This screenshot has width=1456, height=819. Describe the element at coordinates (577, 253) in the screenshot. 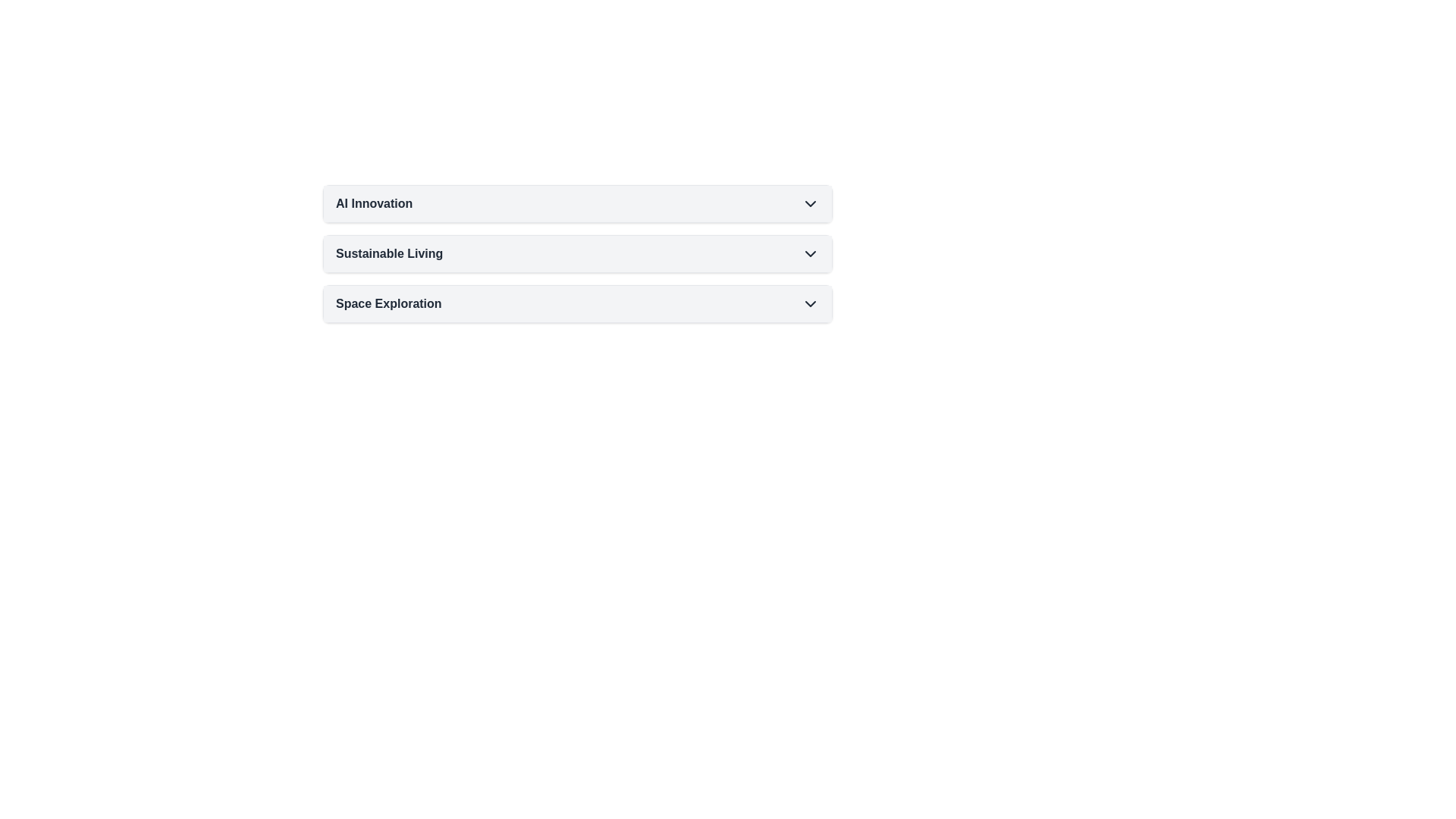

I see `the 'Sustainable Living' collapsible menu item` at that location.